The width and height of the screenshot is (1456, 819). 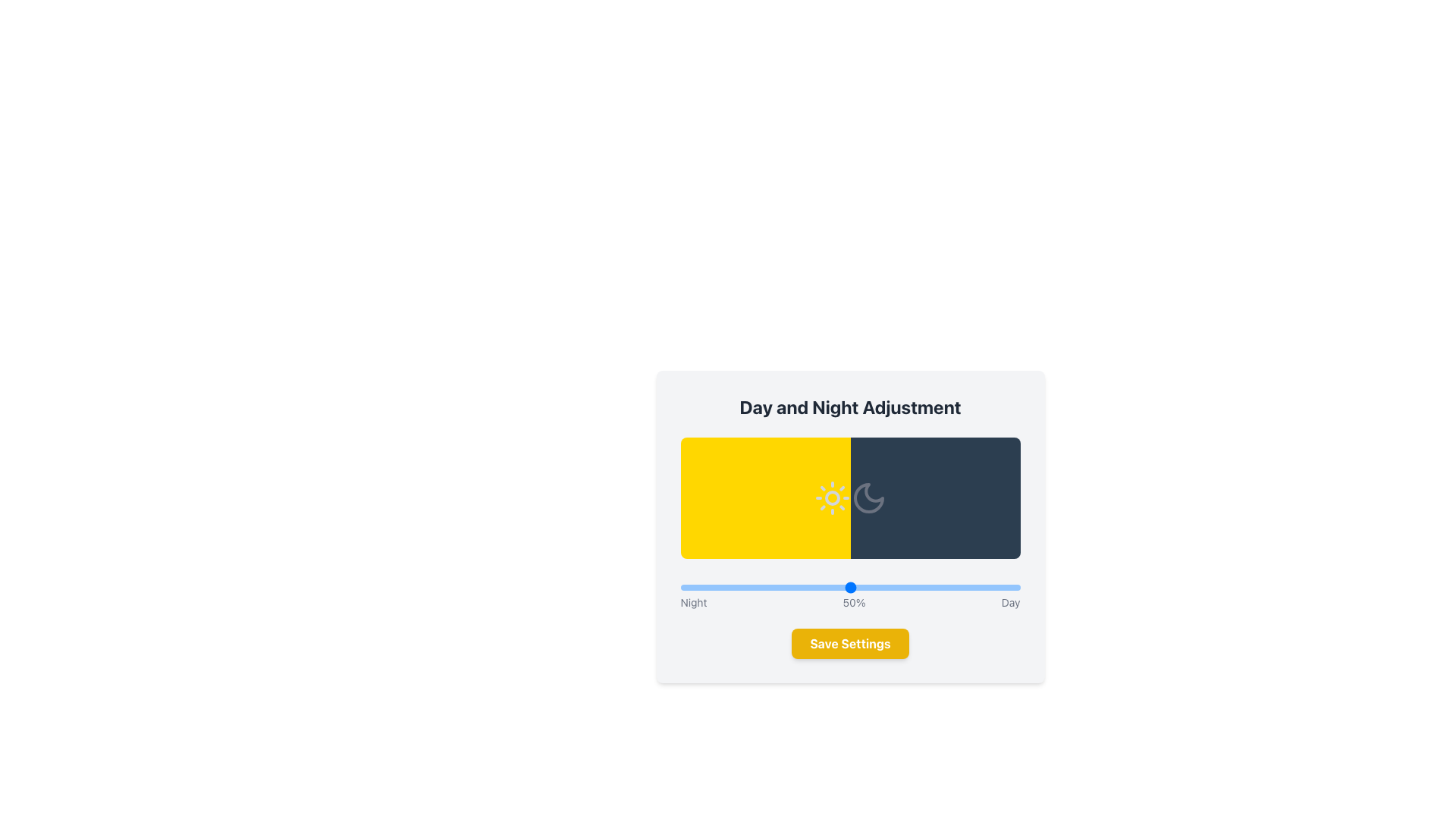 What do you see at coordinates (868, 497) in the screenshot?
I see `the crescent moon icon, which is a white curved crescent shape on a dark blue background, located within the dark blue half of the rectangular section representing night, below the 'Day and Night Adjustment' heading` at bounding box center [868, 497].